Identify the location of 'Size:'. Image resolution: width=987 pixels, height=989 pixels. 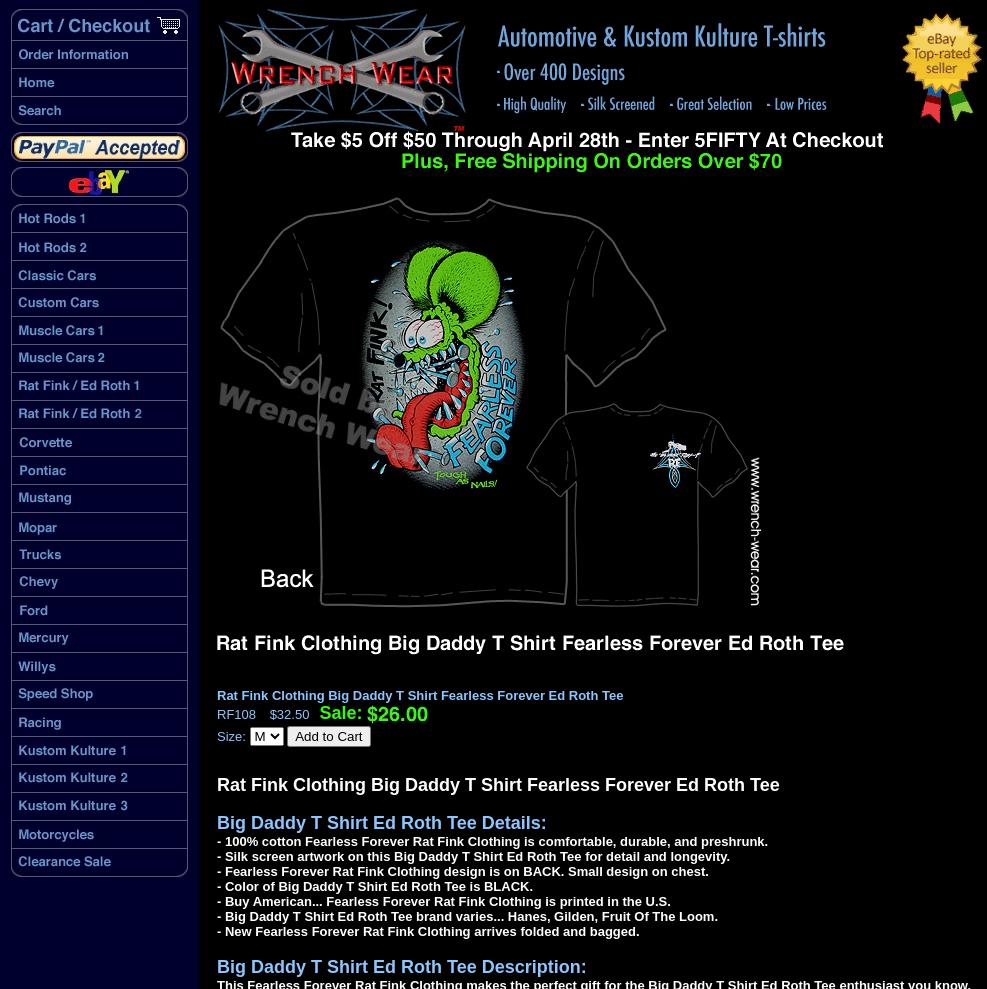
(217, 736).